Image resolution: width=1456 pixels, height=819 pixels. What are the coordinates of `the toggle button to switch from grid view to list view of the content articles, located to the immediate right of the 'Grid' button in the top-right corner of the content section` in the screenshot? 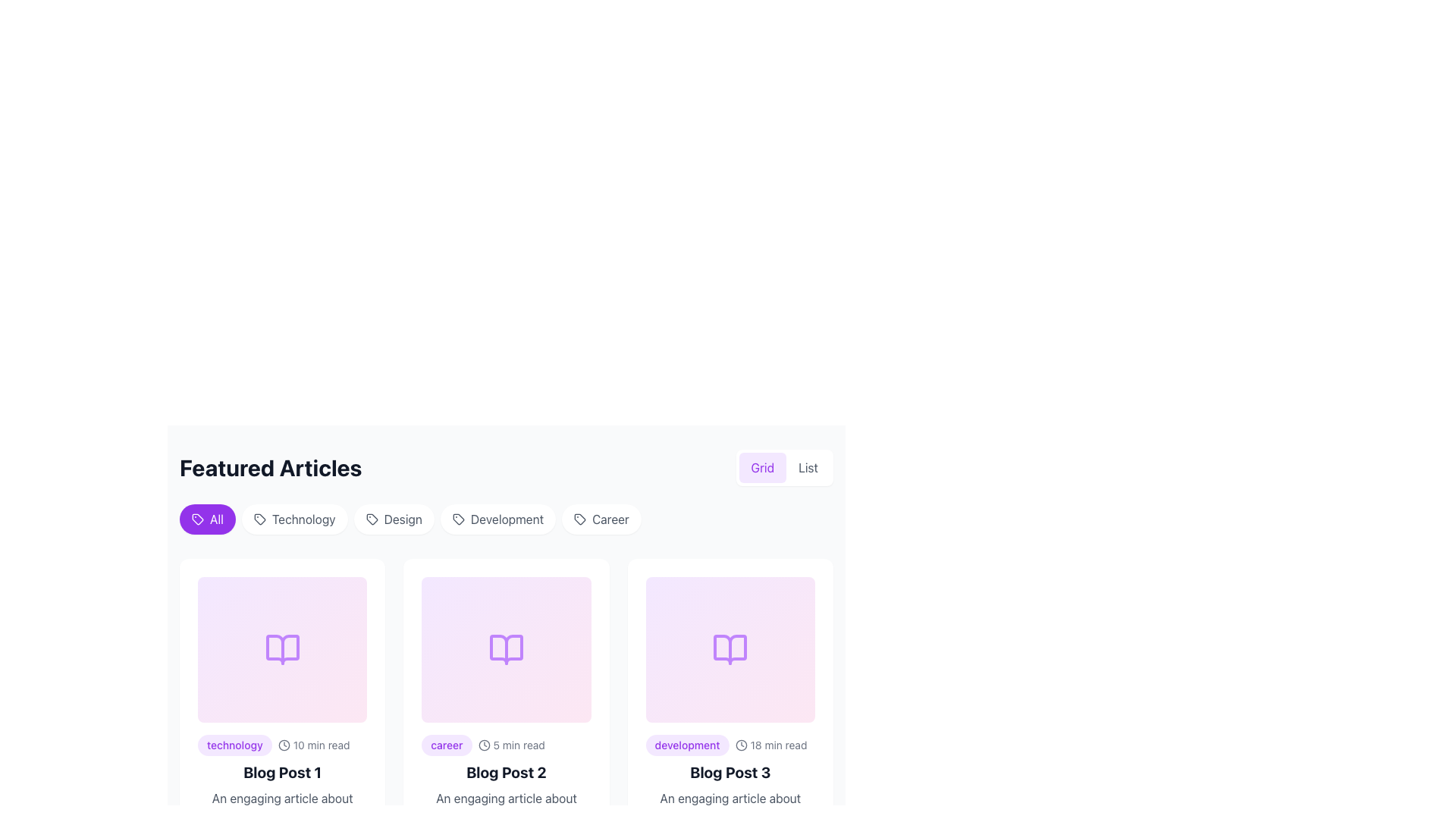 It's located at (807, 467).